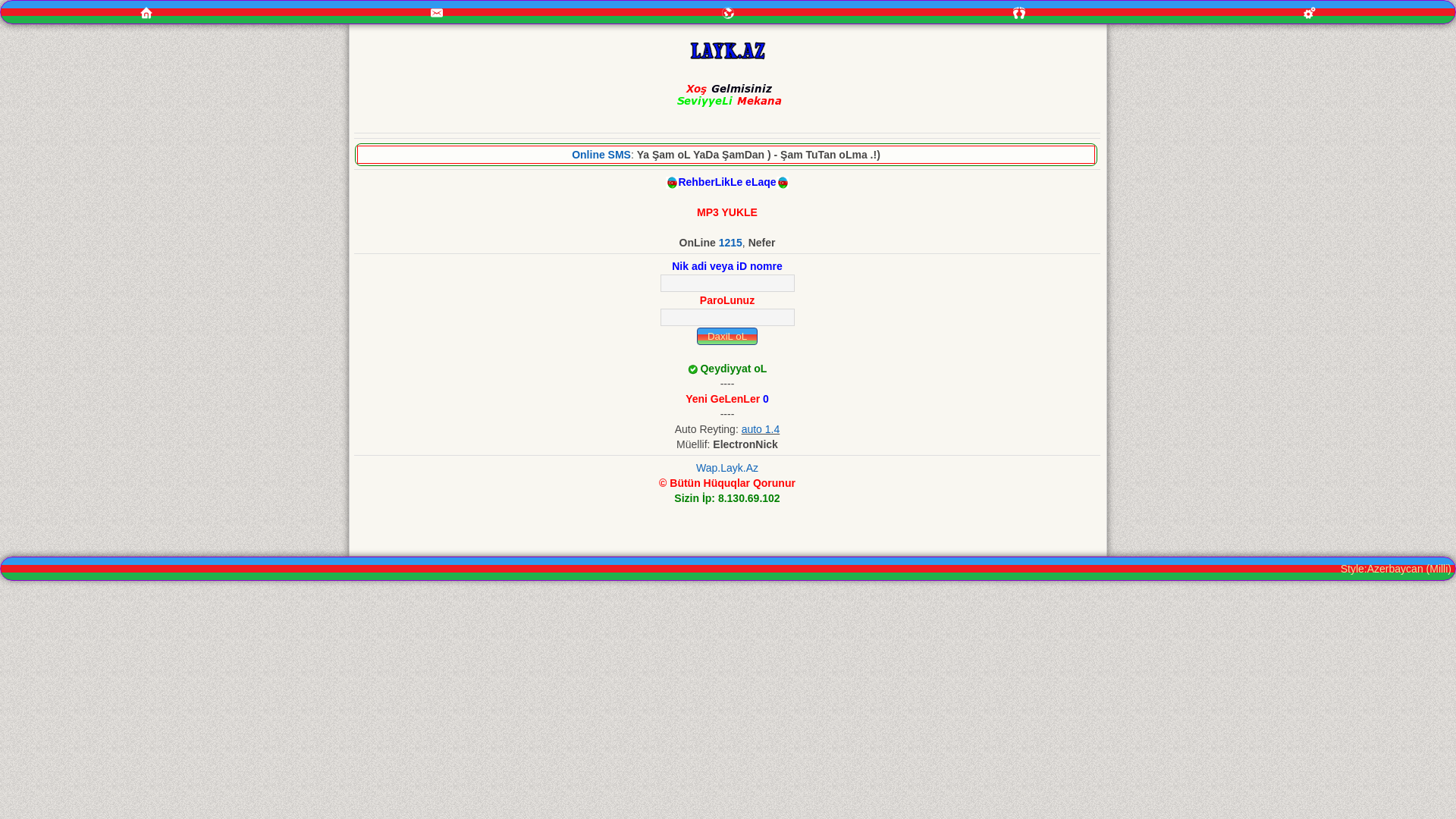 This screenshot has height=819, width=1456. What do you see at coordinates (698, 369) in the screenshot?
I see `'Qeydiyyat oL'` at bounding box center [698, 369].